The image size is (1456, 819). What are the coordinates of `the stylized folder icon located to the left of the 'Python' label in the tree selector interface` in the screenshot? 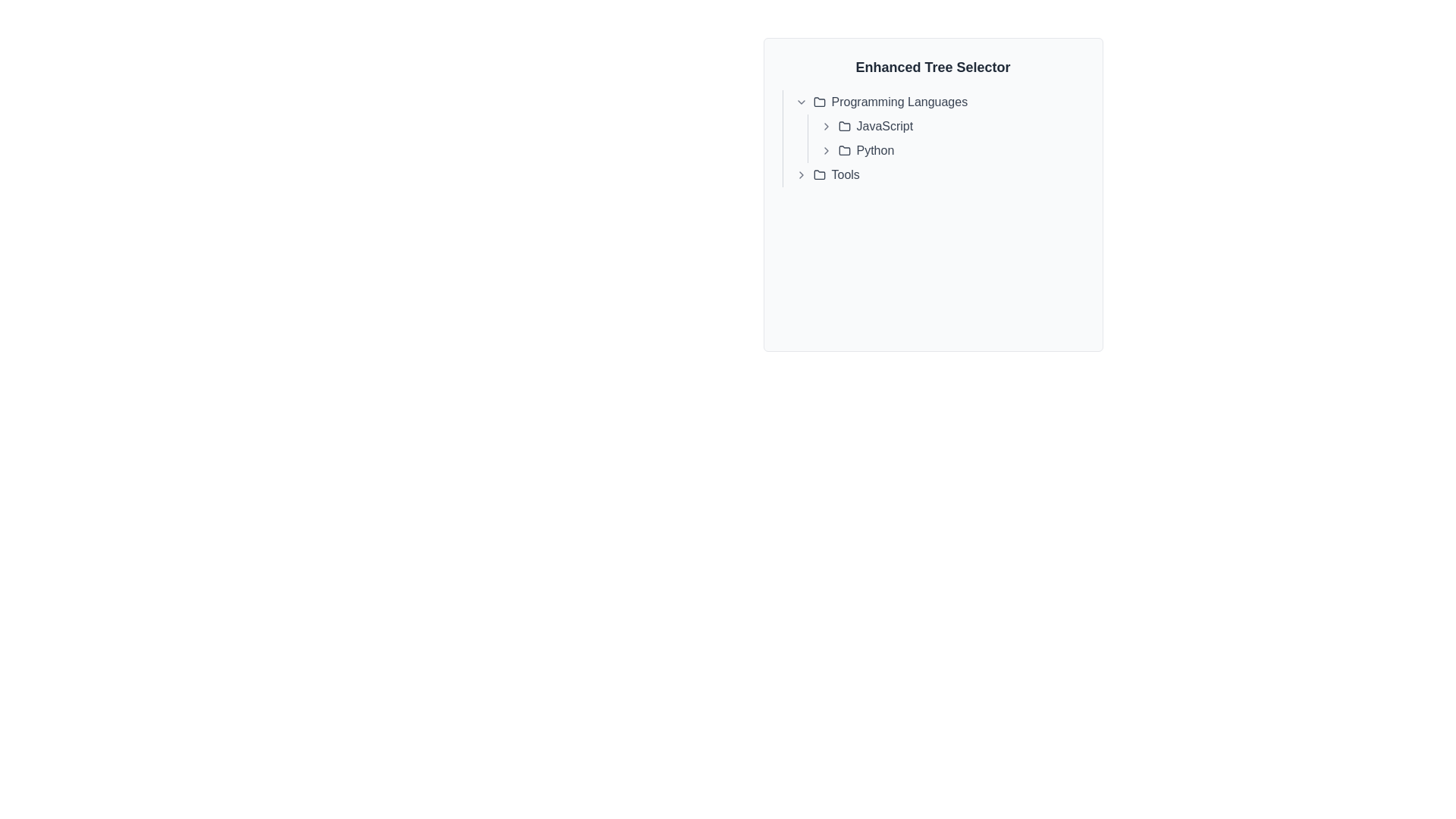 It's located at (843, 151).